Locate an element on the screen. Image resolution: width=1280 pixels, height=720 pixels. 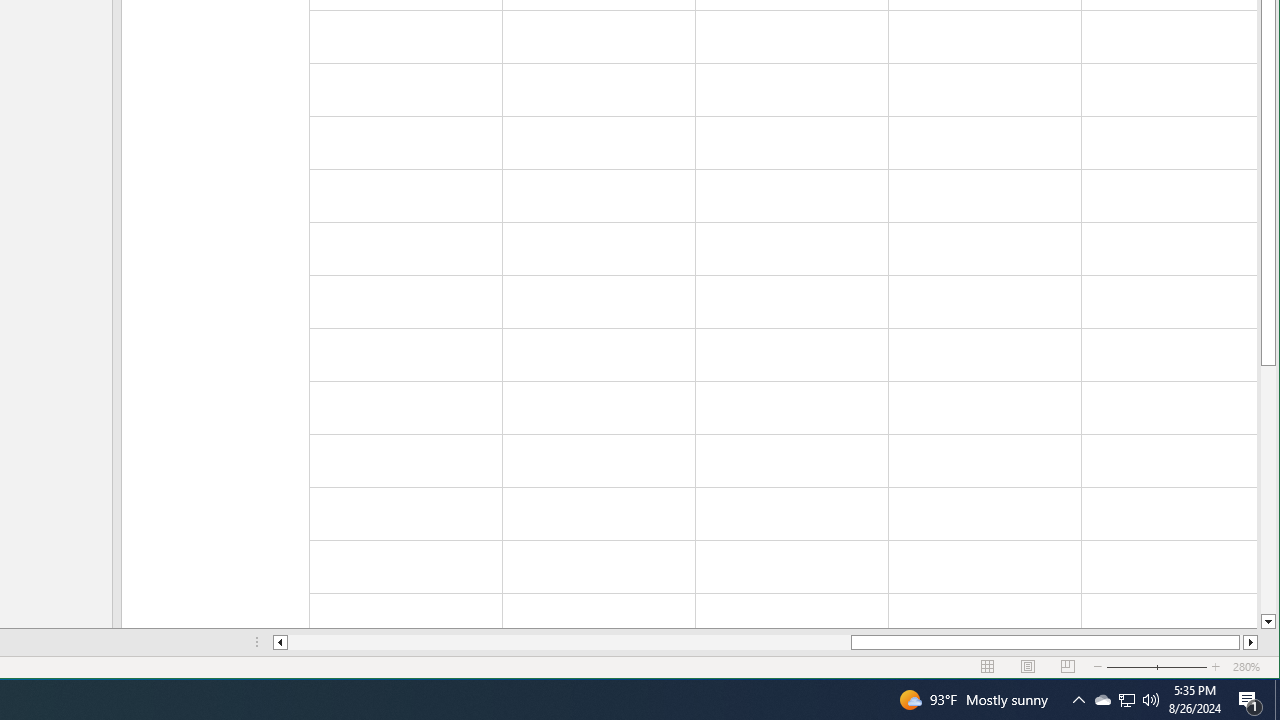
'Zoom Out' is located at coordinates (1101, 698).